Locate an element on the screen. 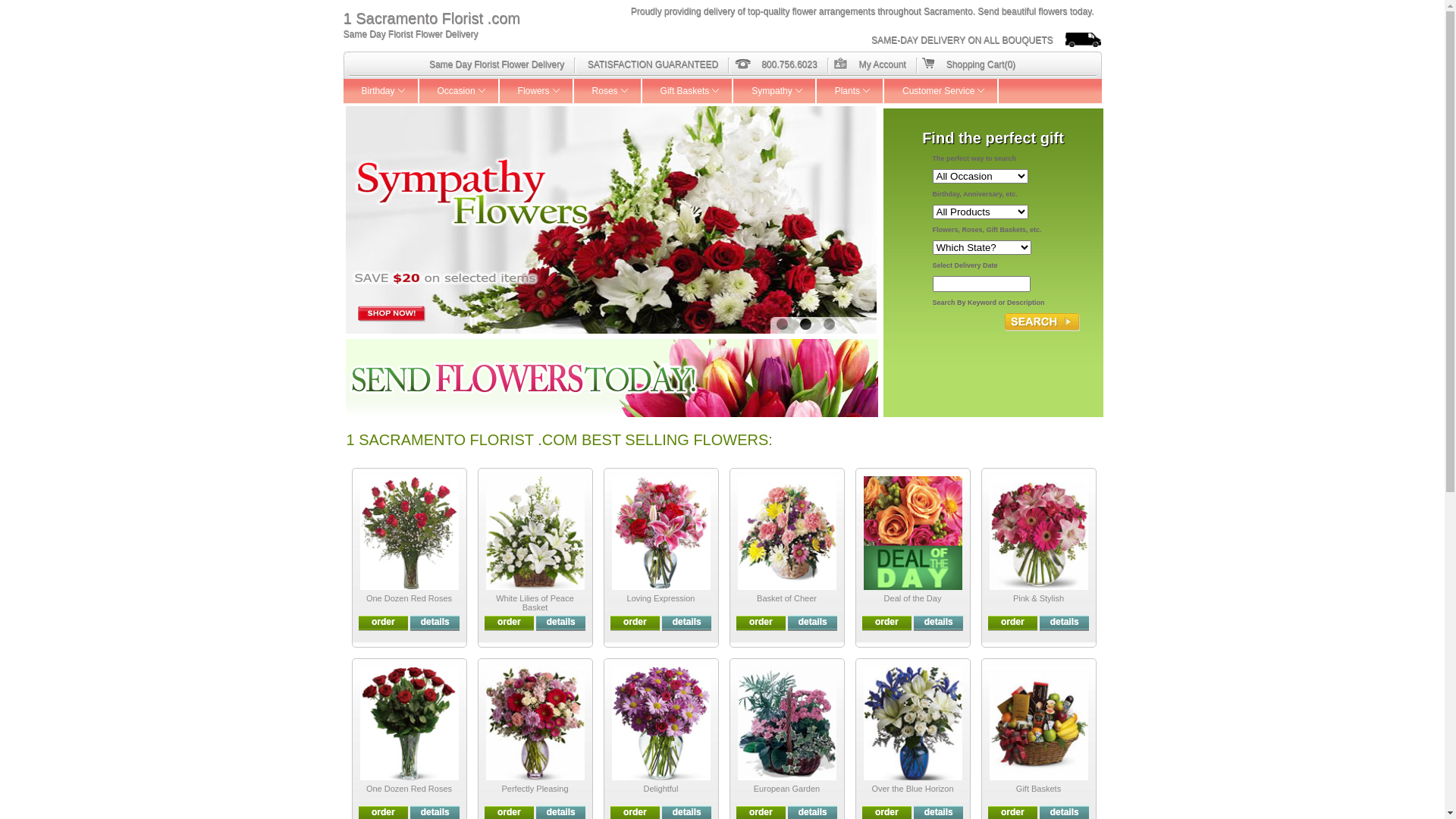 This screenshot has height=819, width=1456. 'Search' is located at coordinates (1041, 321).